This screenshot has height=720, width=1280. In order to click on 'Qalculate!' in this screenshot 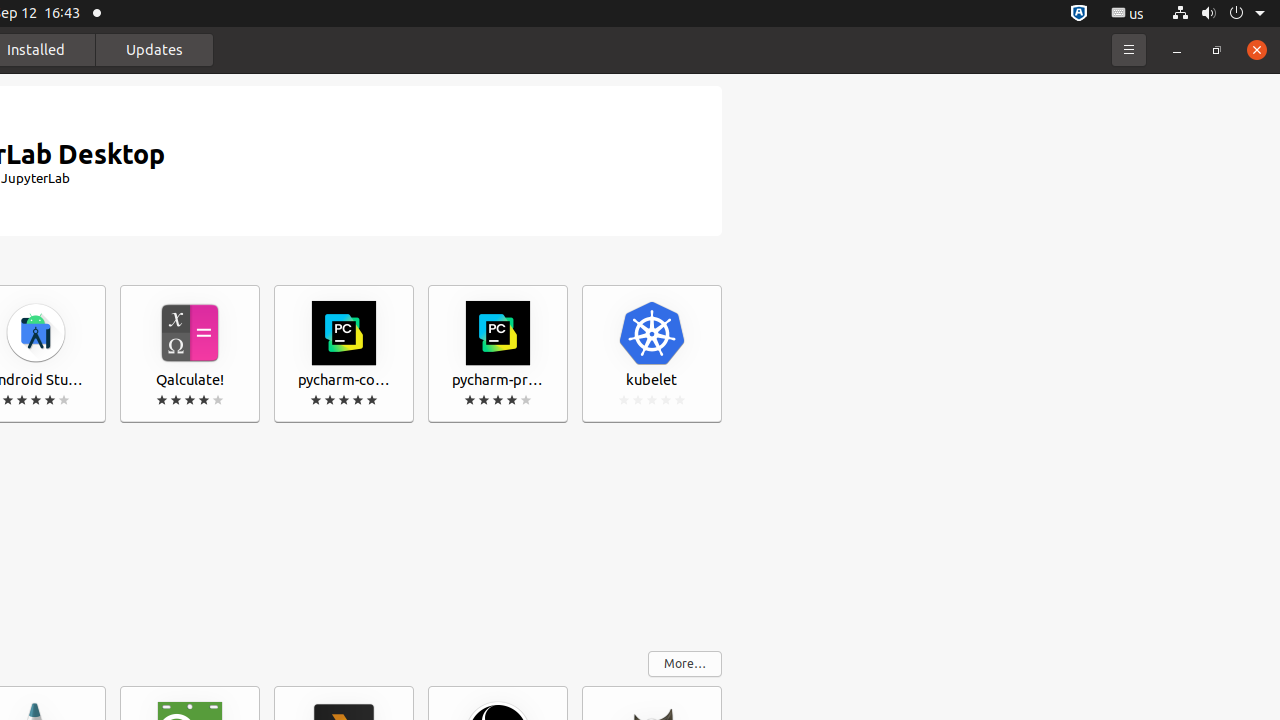, I will do `click(189, 353)`.